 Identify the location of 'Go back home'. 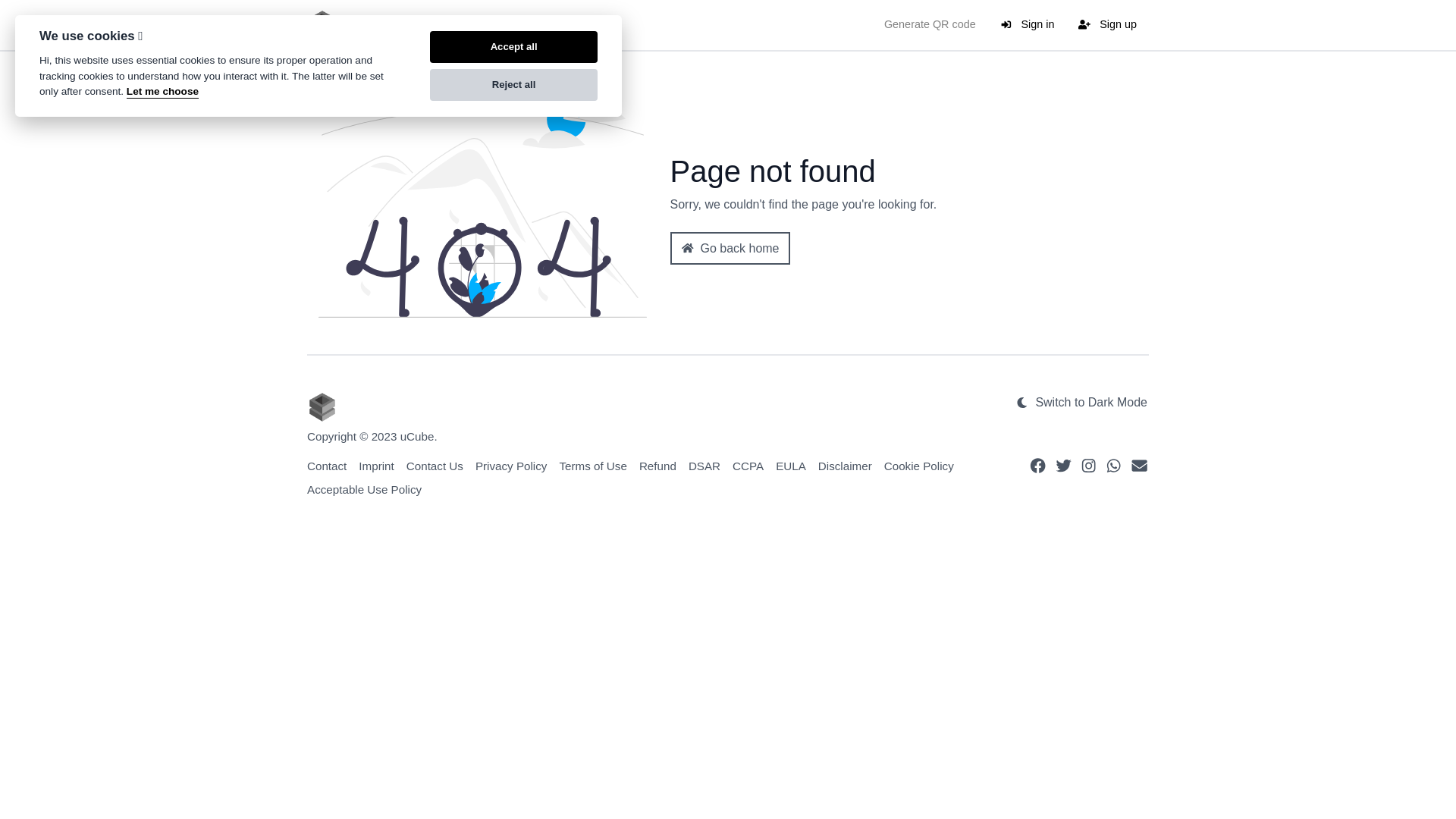
(730, 247).